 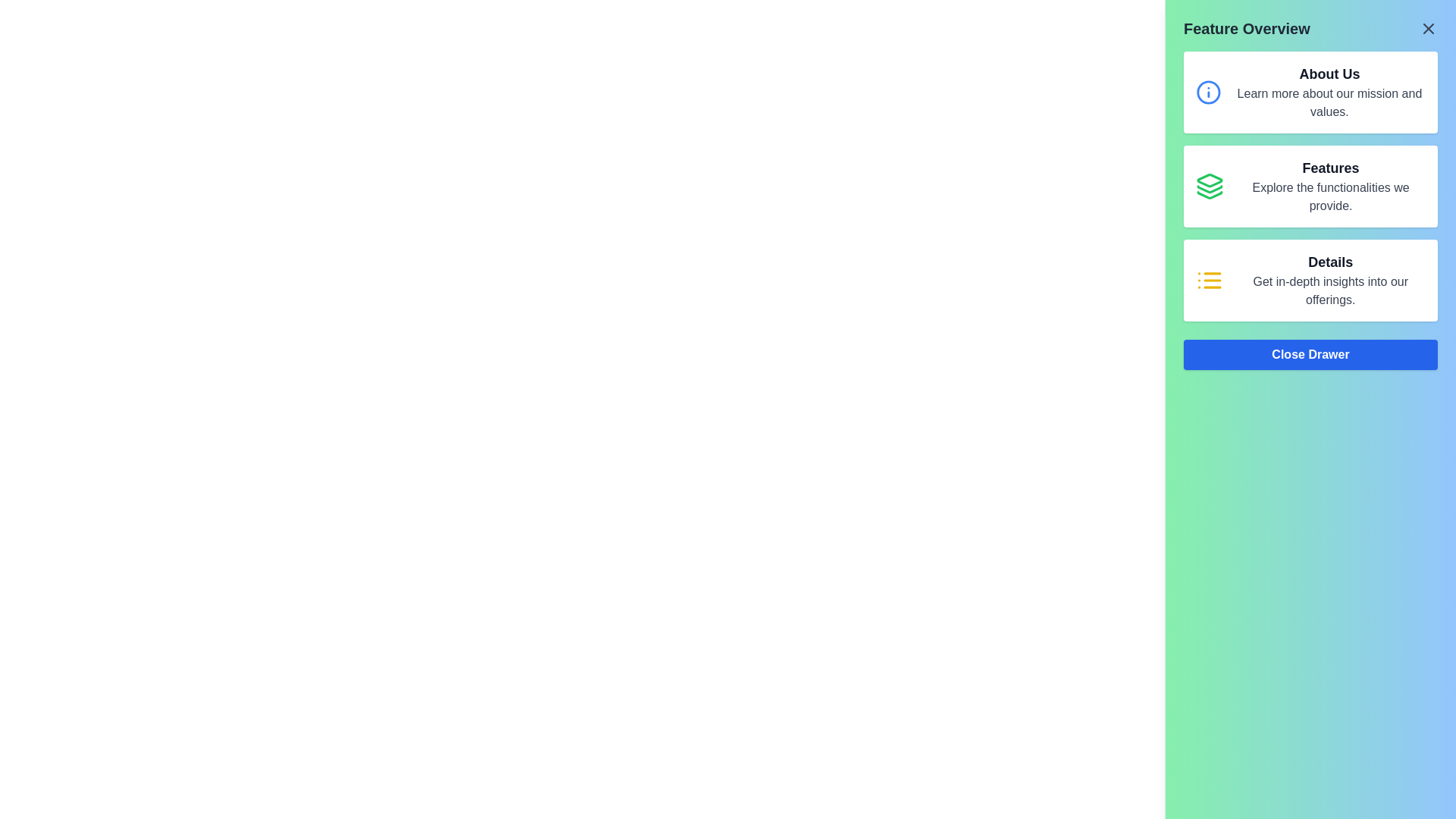 What do you see at coordinates (1329, 102) in the screenshot?
I see `description text label located directly below the 'About Us' header in the top card of the feature overview drawer` at bounding box center [1329, 102].